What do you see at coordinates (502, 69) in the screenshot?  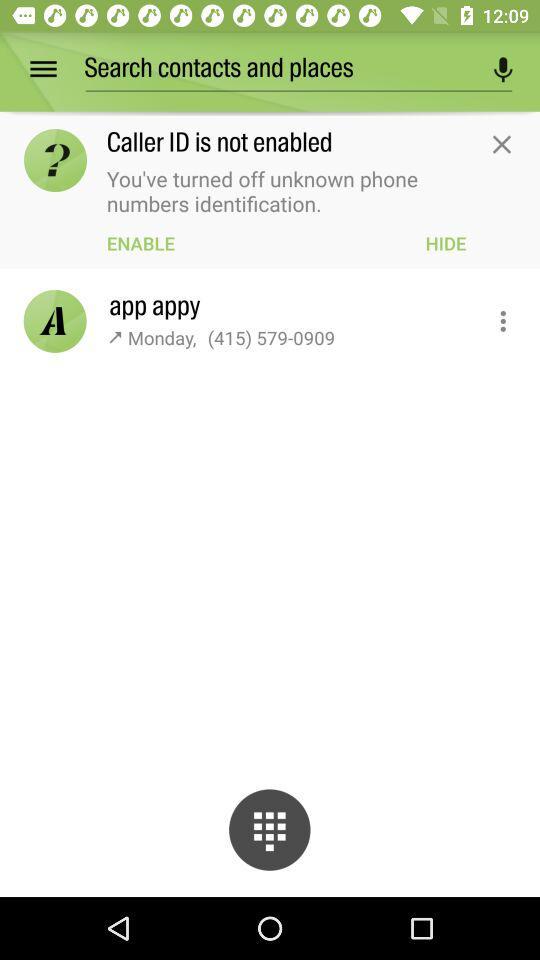 I see `the microphone icon` at bounding box center [502, 69].